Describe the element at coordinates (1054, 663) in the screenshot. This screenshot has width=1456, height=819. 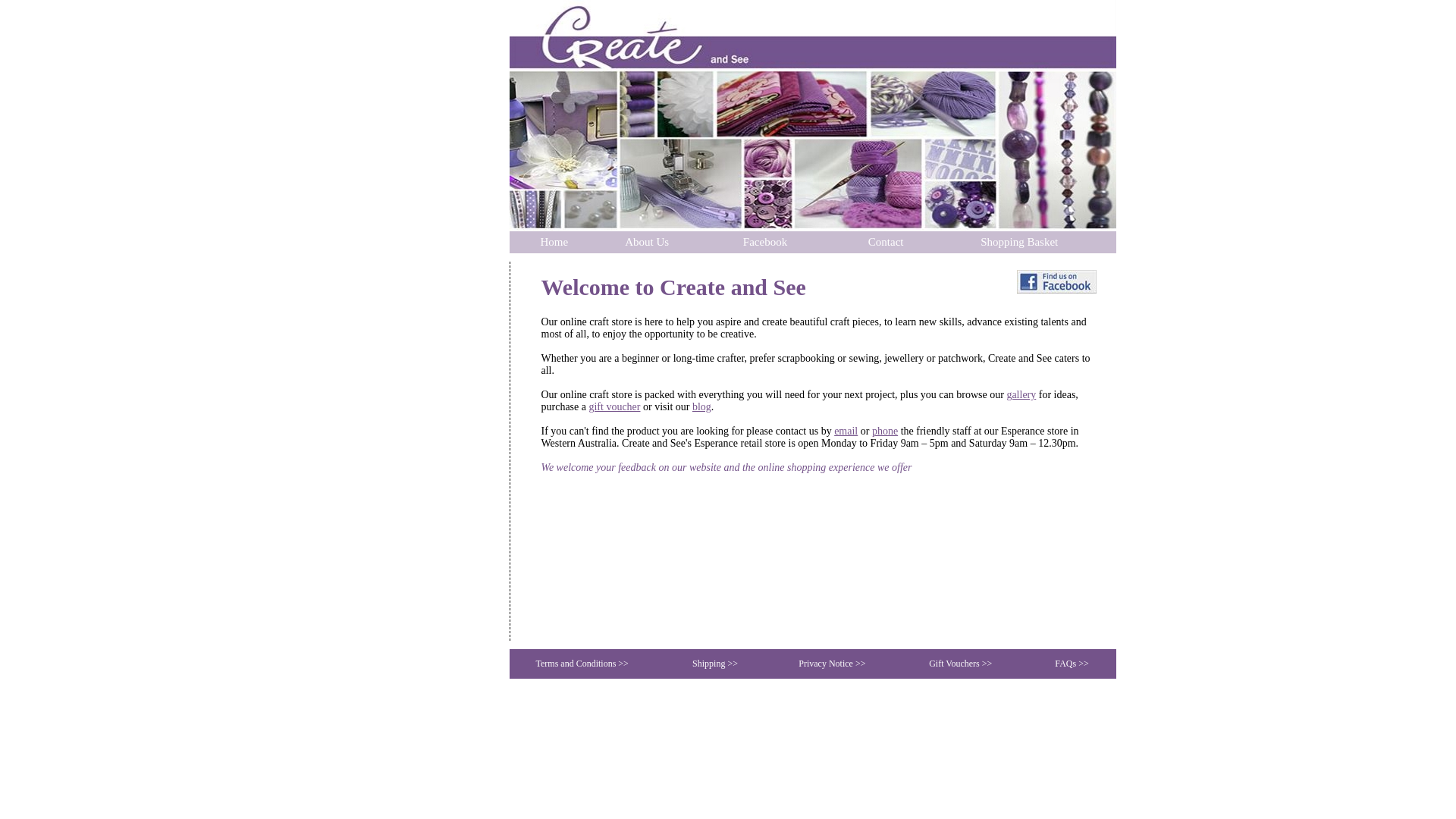
I see `'FAQs >>'` at that location.